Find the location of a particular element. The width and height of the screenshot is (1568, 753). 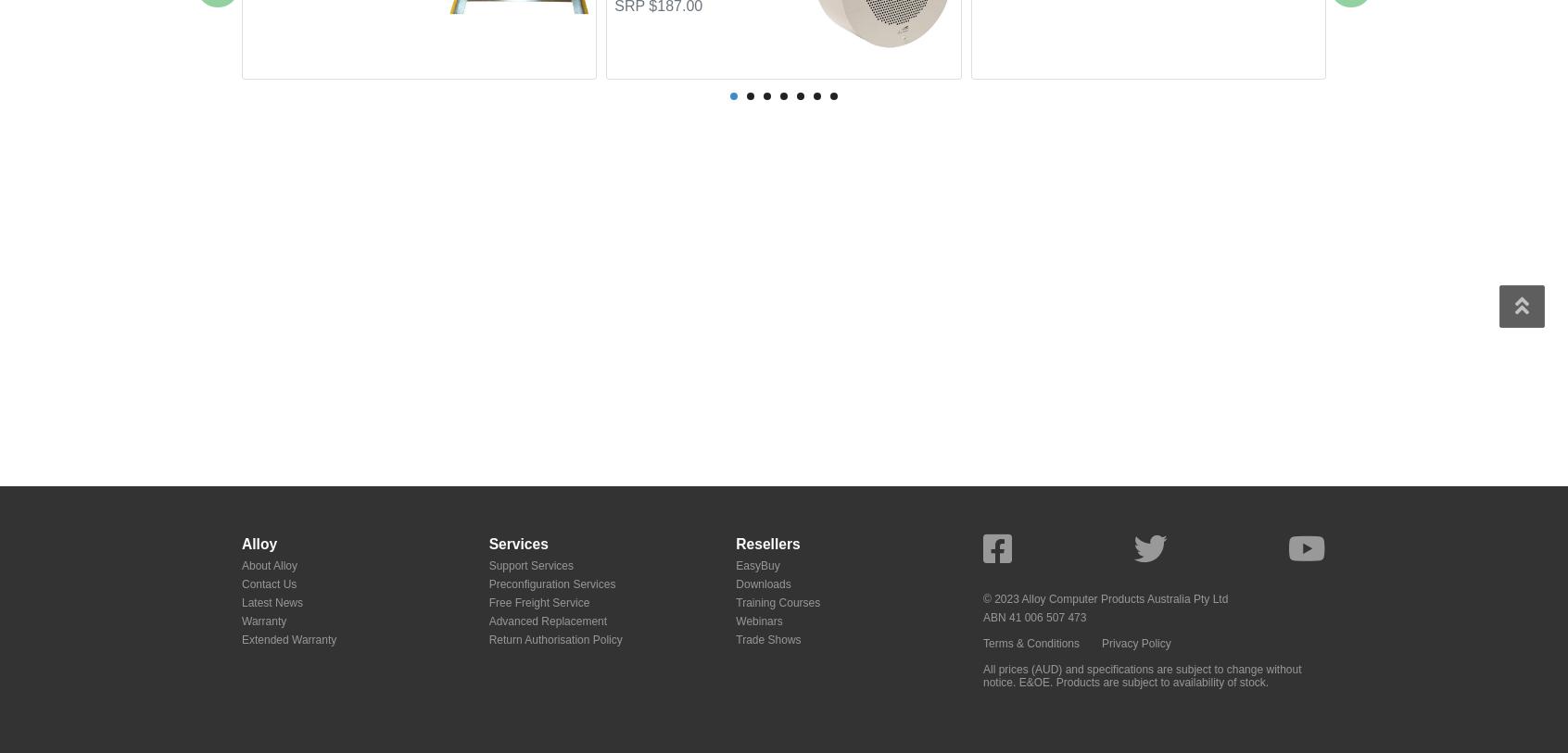

'Latest News' is located at coordinates (272, 601).